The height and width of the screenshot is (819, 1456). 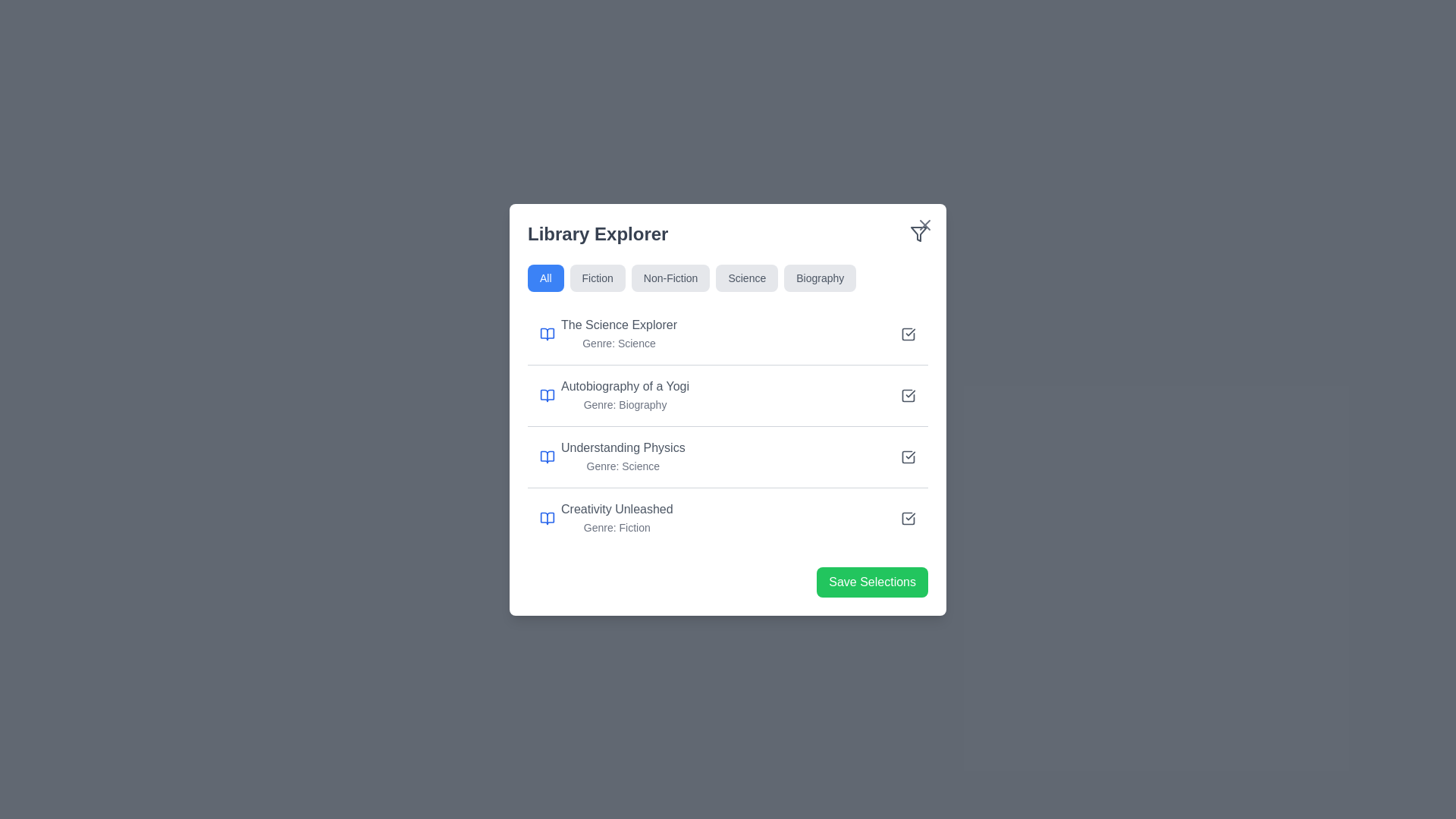 I want to click on the Text Display element that shows 'Autobiography of a Yogi' and 'Genre: Biography' in the Library Explorer card, so click(x=625, y=394).